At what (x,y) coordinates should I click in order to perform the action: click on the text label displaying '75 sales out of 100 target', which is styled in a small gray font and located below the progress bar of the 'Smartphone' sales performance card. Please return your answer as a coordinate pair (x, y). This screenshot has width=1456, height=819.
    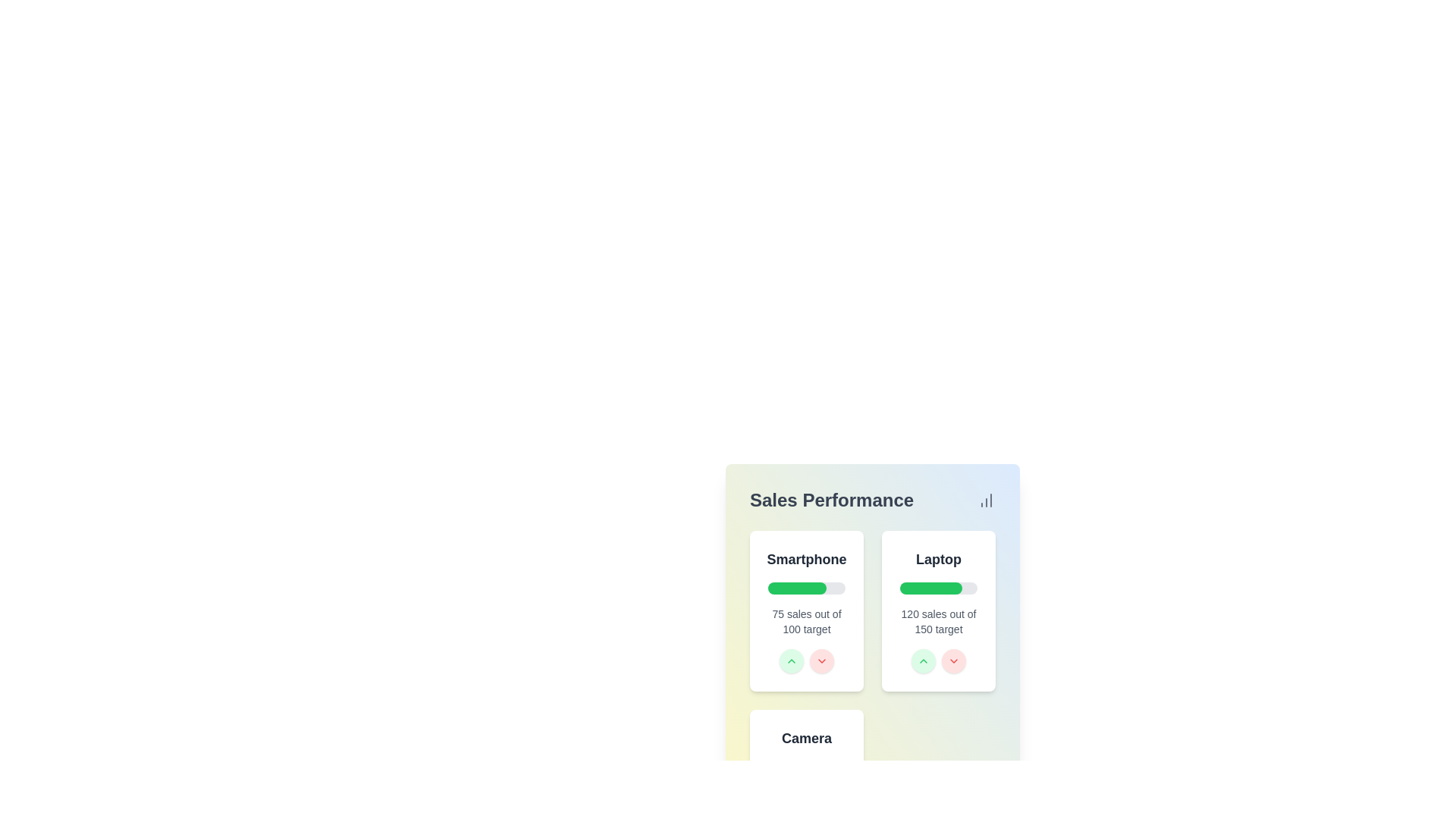
    Looking at the image, I should click on (806, 622).